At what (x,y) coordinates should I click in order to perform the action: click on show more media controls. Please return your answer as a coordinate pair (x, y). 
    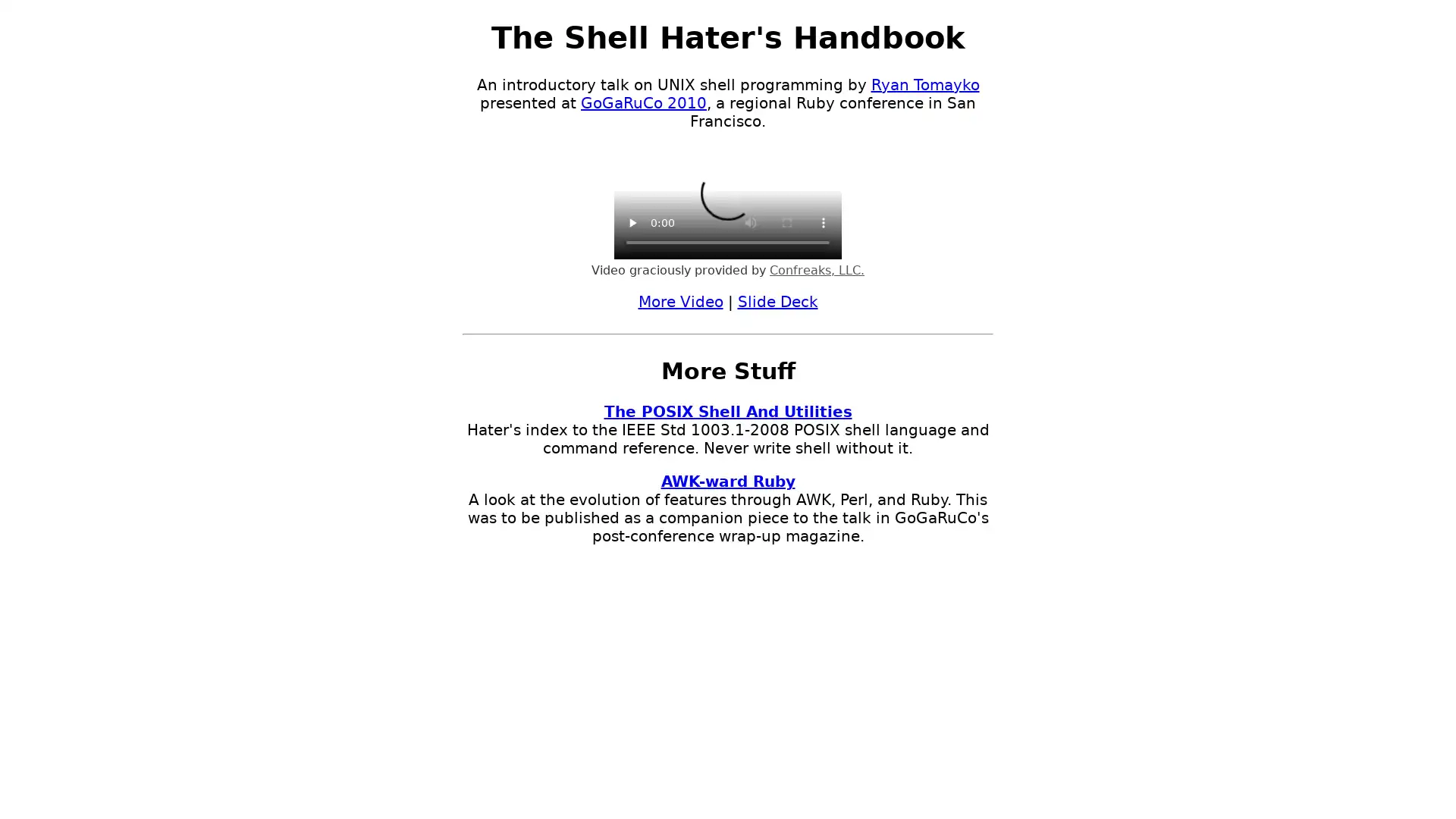
    Looking at the image, I should click on (822, 222).